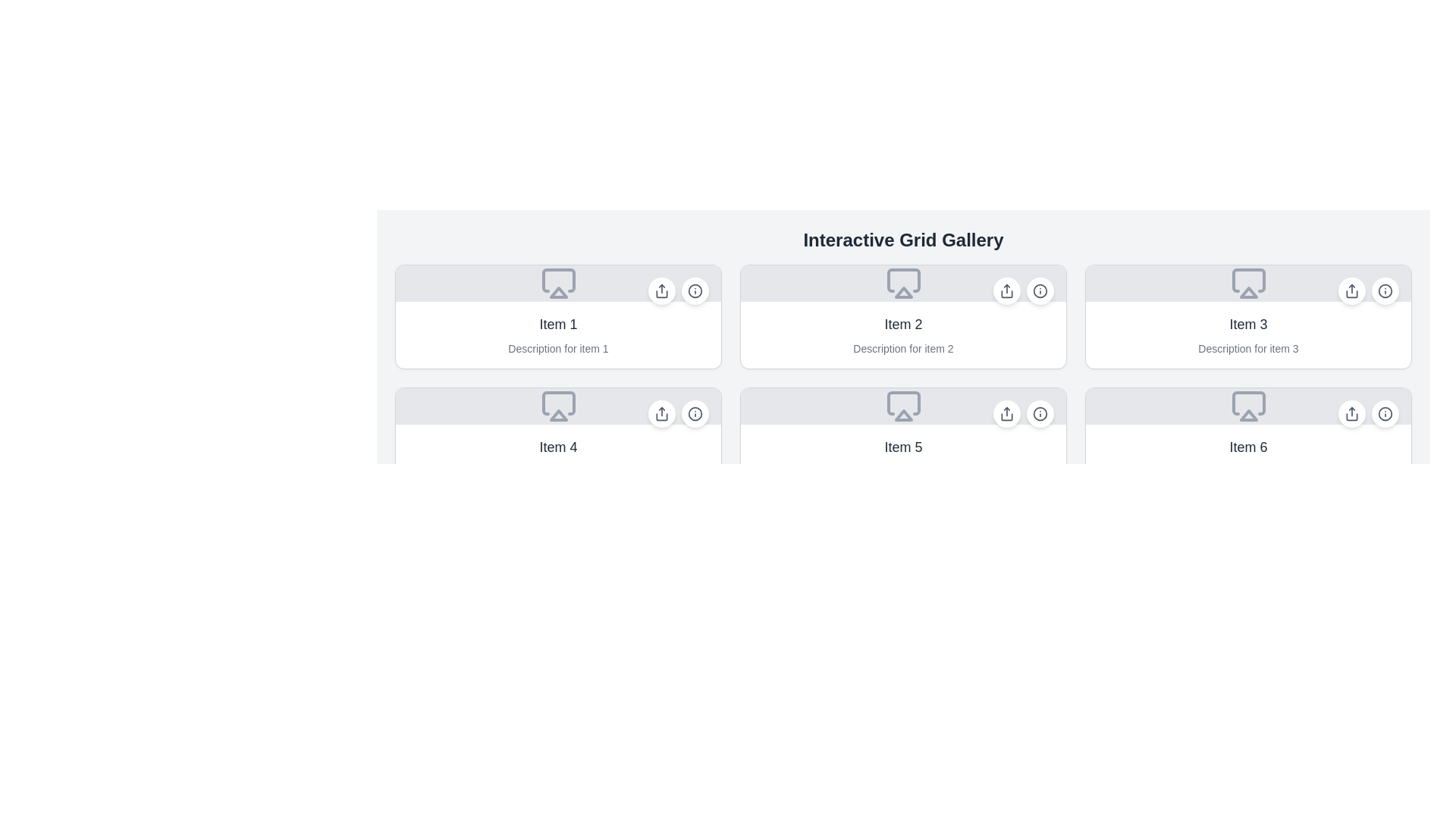 The image size is (1456, 819). What do you see at coordinates (694, 414) in the screenshot?
I see `the presence of the filled circle vector graphic component located at the center of the informational icon in the bottom-right corner of the grid cell labeled 'Item 4'` at bounding box center [694, 414].